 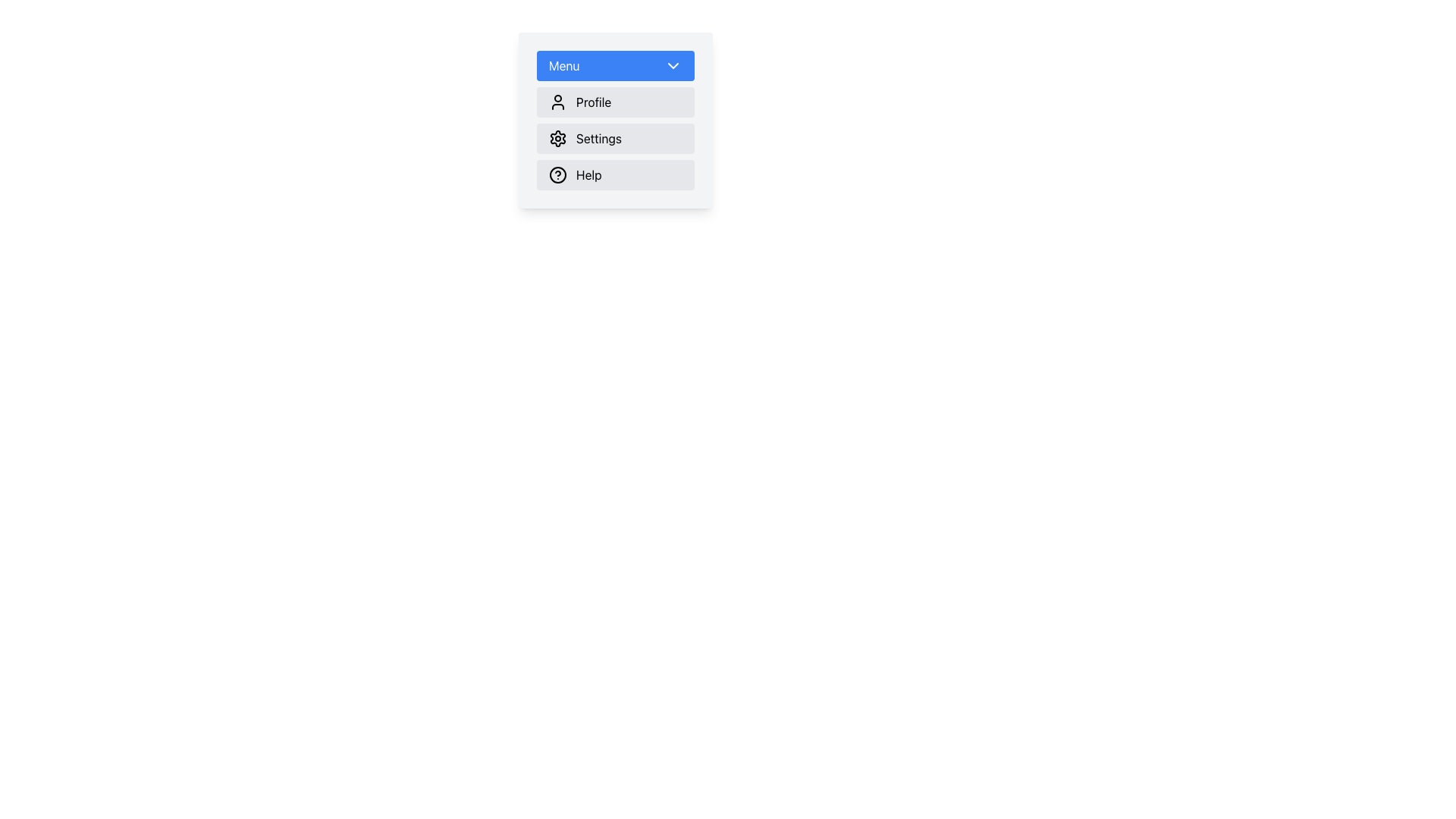 I want to click on the user silhouette icon located within the 'Profile' button in the dropdown menu, positioned to the left of the text label, so click(x=557, y=102).